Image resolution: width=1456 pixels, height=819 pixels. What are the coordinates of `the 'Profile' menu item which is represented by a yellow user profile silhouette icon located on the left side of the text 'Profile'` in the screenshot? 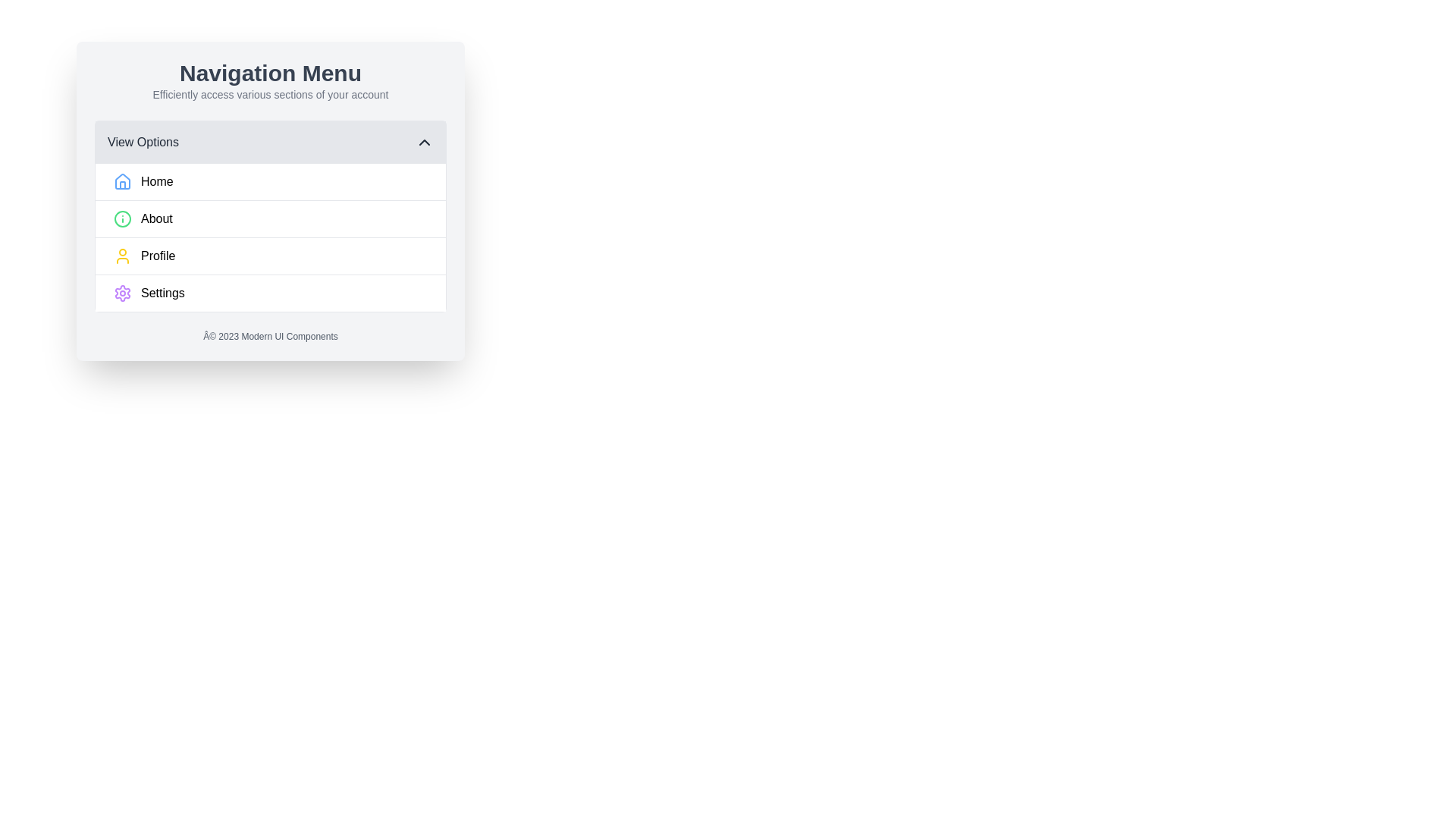 It's located at (123, 256).